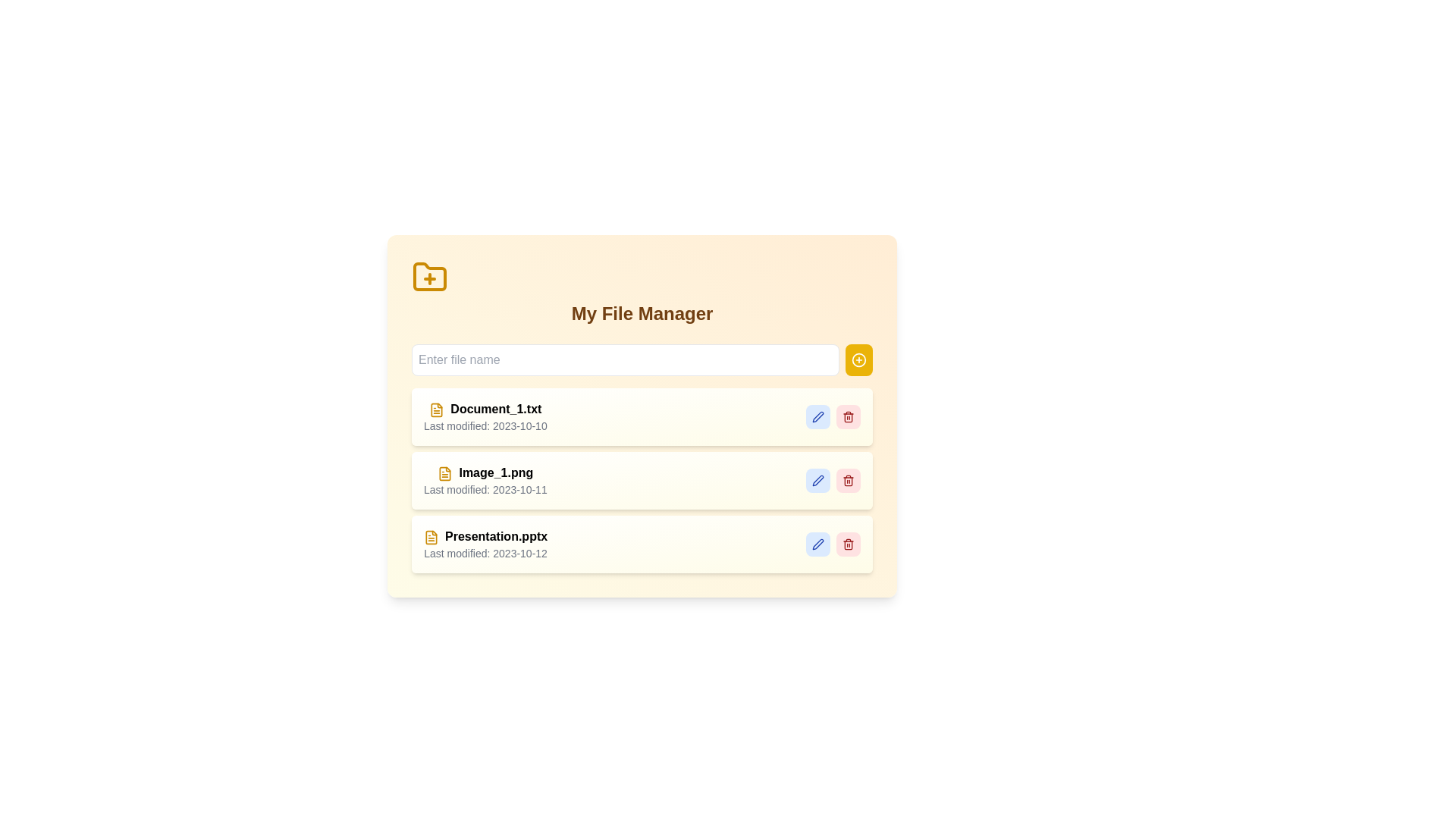  Describe the element at coordinates (847, 480) in the screenshot. I see `the red delete button with a trash can icon located in the right column of the second file entry` at that location.